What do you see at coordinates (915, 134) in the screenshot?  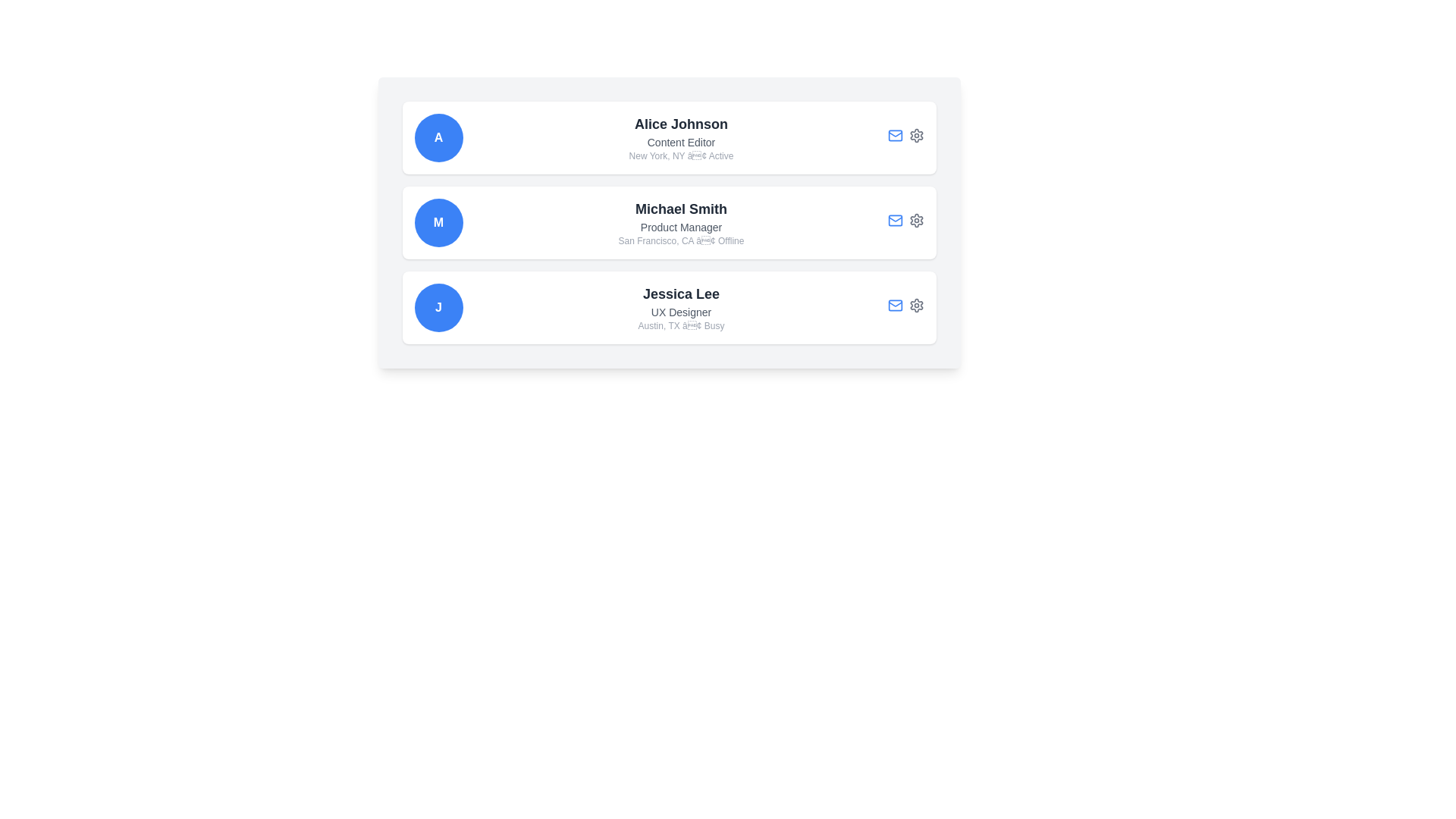 I see `the gear icon button located on the rightmost segment of the top entry in the user list` at bounding box center [915, 134].